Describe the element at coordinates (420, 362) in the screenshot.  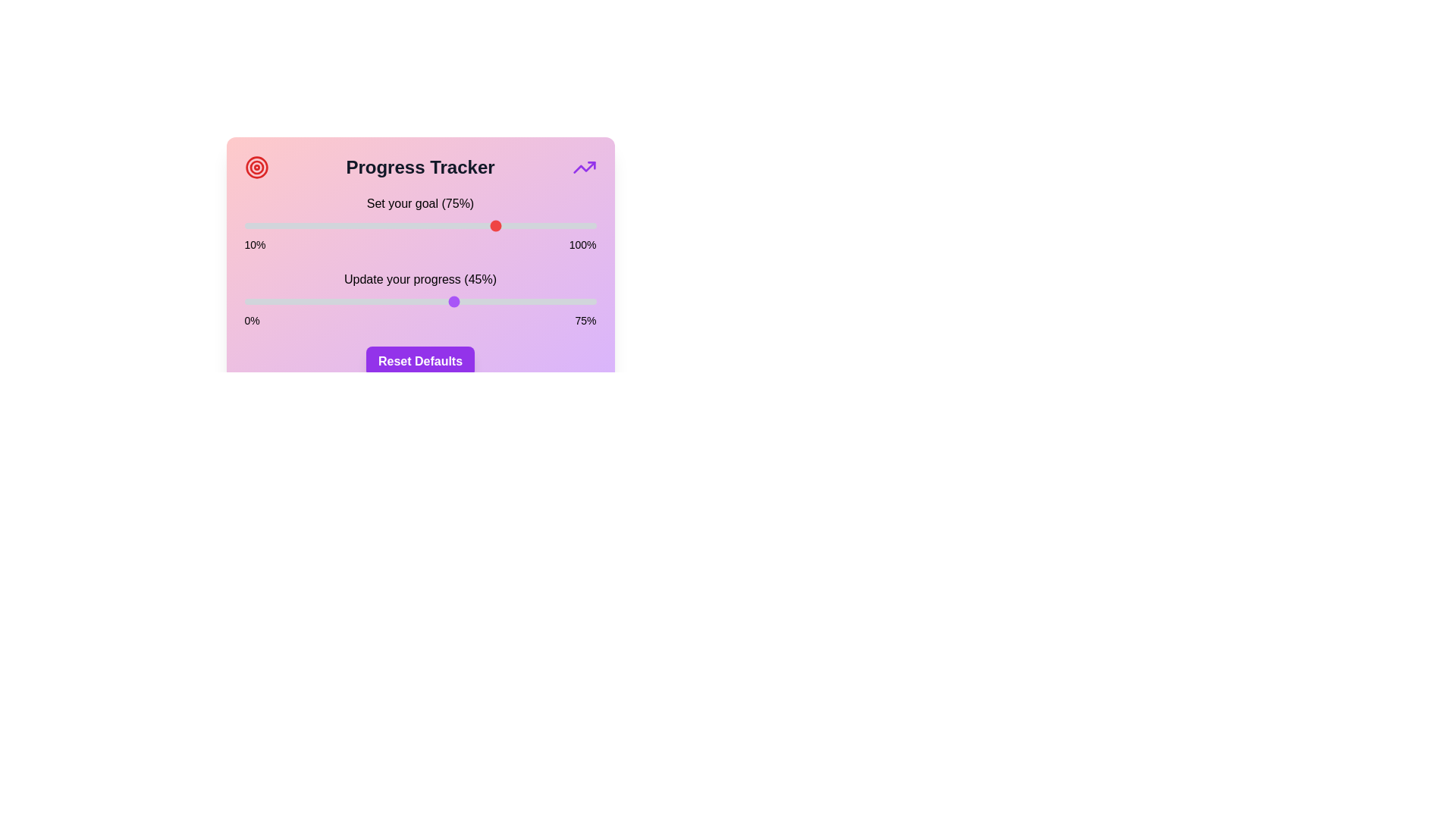
I see `the 'Reset Defaults' button to restore the default goal and progress values` at that location.